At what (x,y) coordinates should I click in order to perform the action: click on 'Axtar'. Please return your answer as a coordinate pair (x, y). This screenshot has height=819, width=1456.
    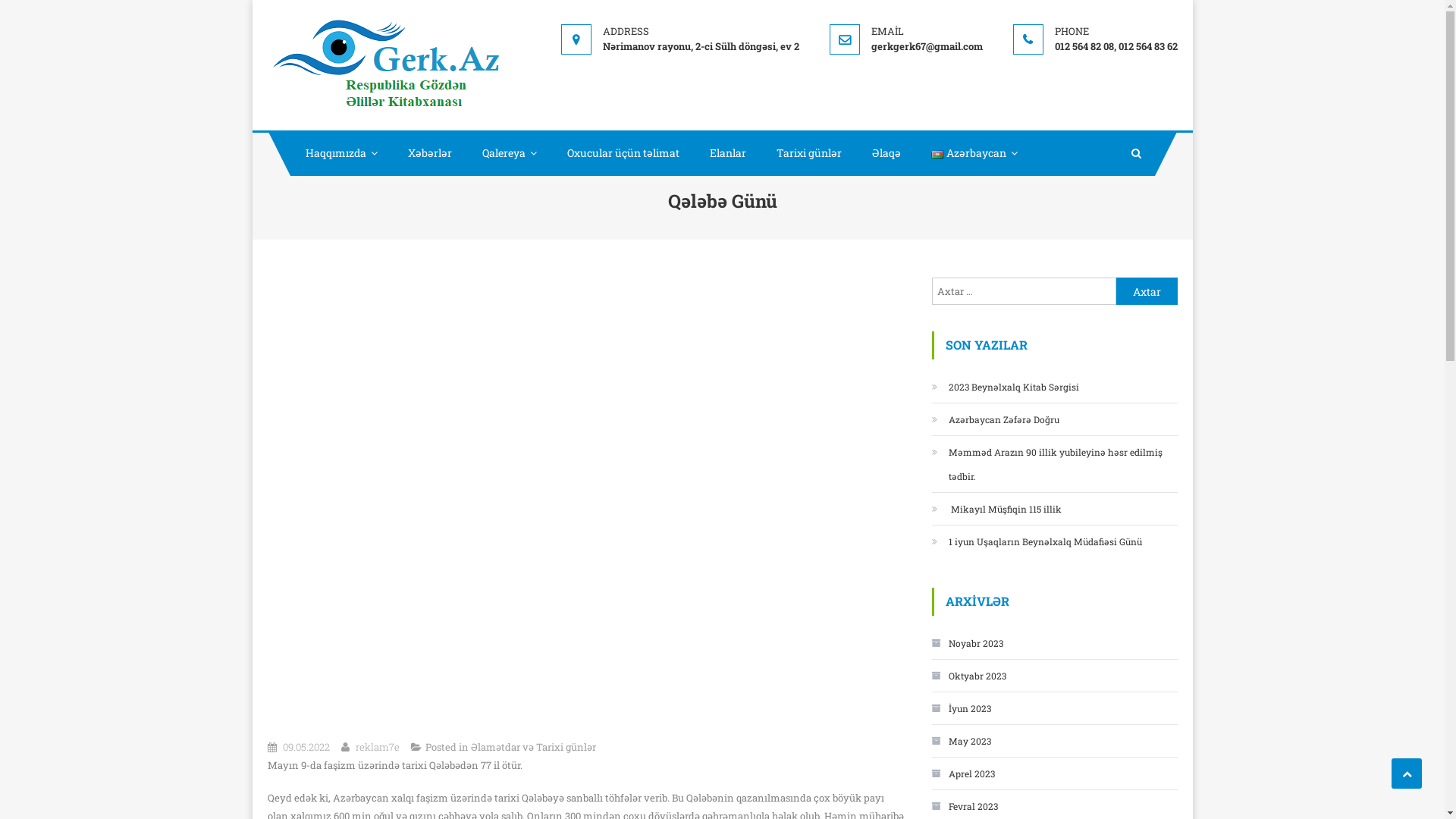
    Looking at the image, I should click on (1147, 291).